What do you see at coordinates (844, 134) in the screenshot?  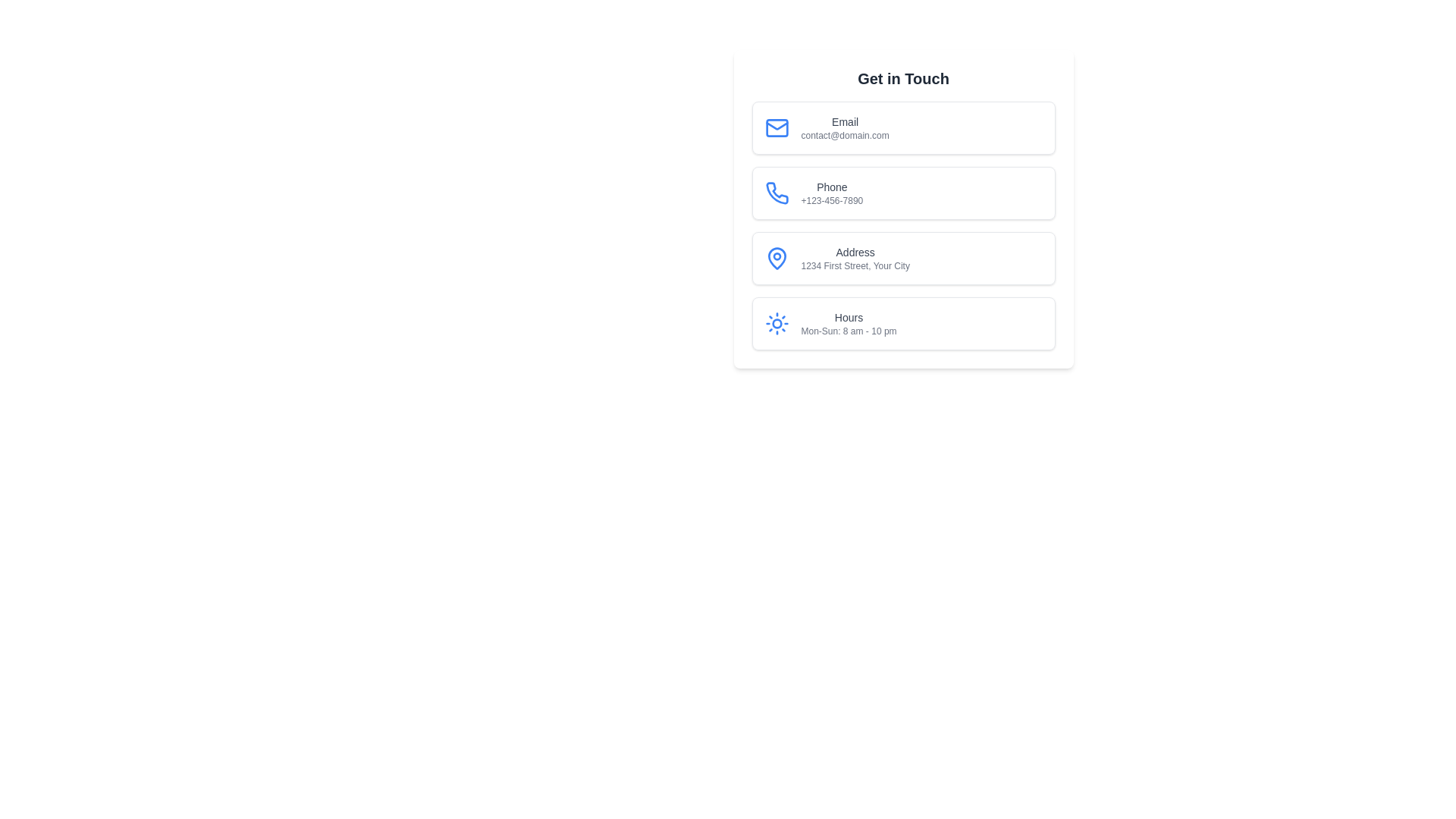 I see `the static text element that displays the email address for contacting the entity, located in the 'Email' section of the contact panel, aligned below the 'Email' label` at bounding box center [844, 134].